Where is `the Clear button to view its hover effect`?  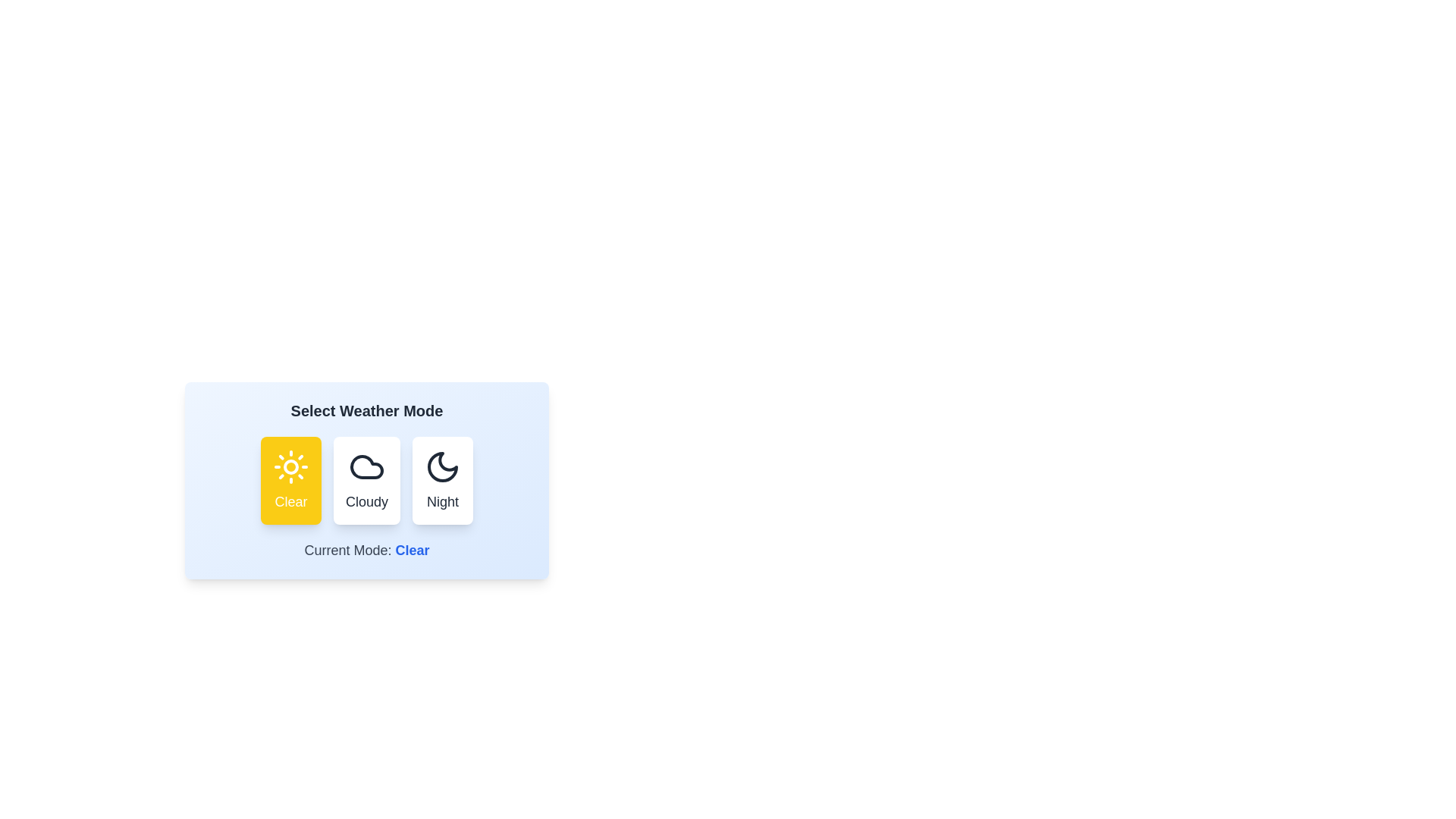
the Clear button to view its hover effect is located at coordinates (291, 480).